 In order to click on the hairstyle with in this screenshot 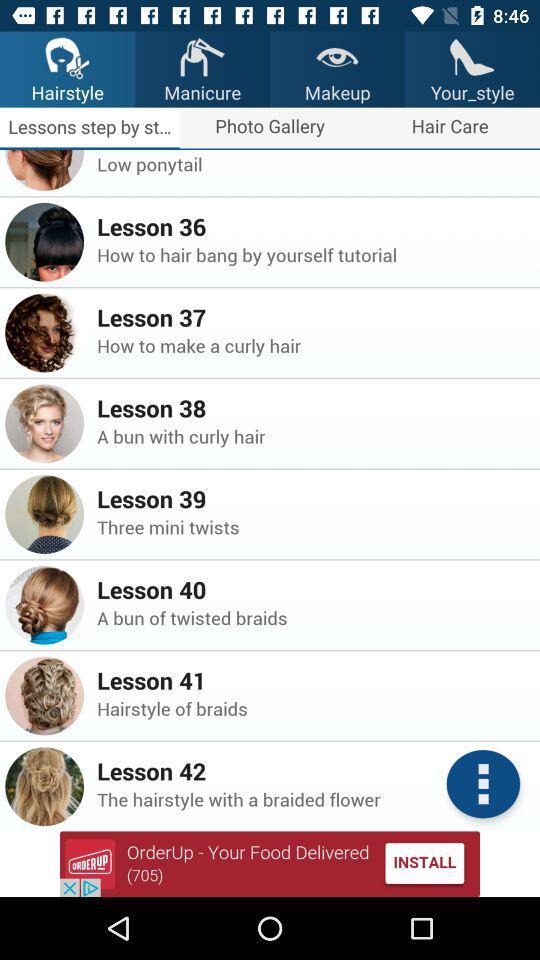, I will do `click(312, 799)`.